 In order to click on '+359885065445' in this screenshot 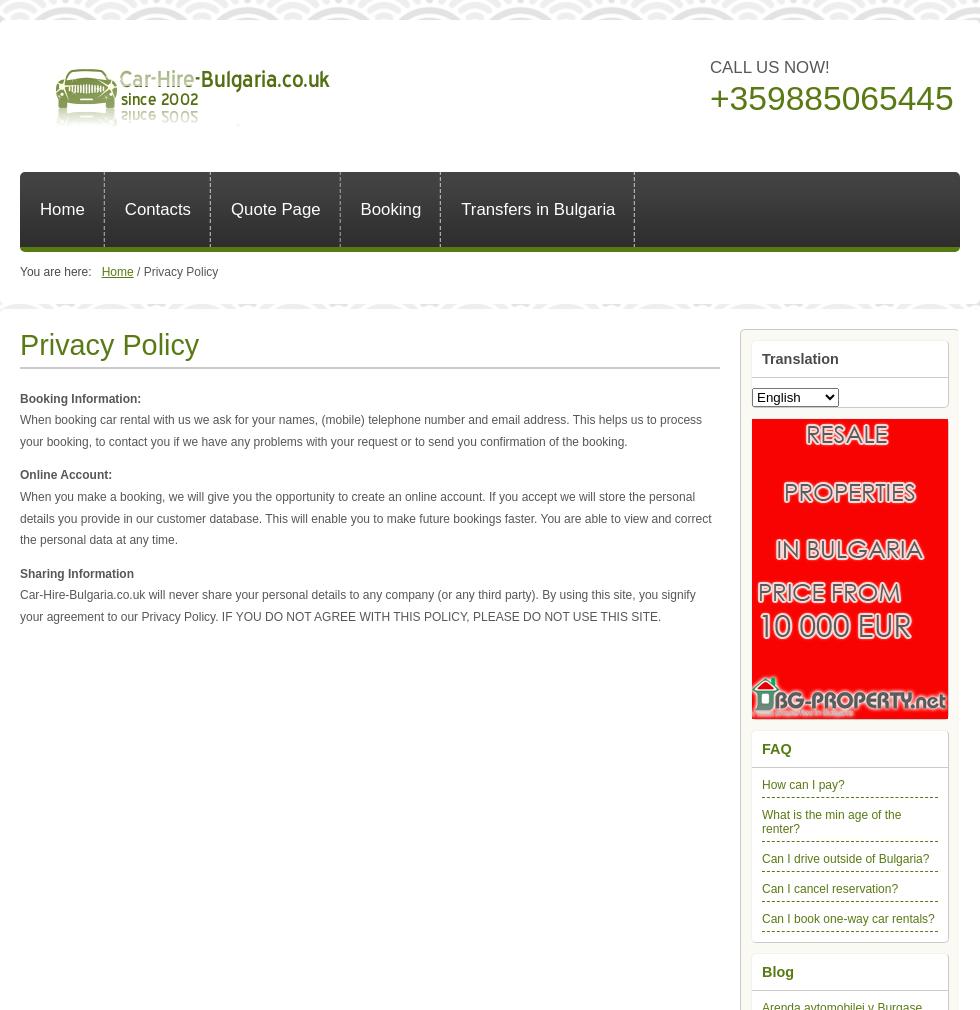, I will do `click(831, 96)`.